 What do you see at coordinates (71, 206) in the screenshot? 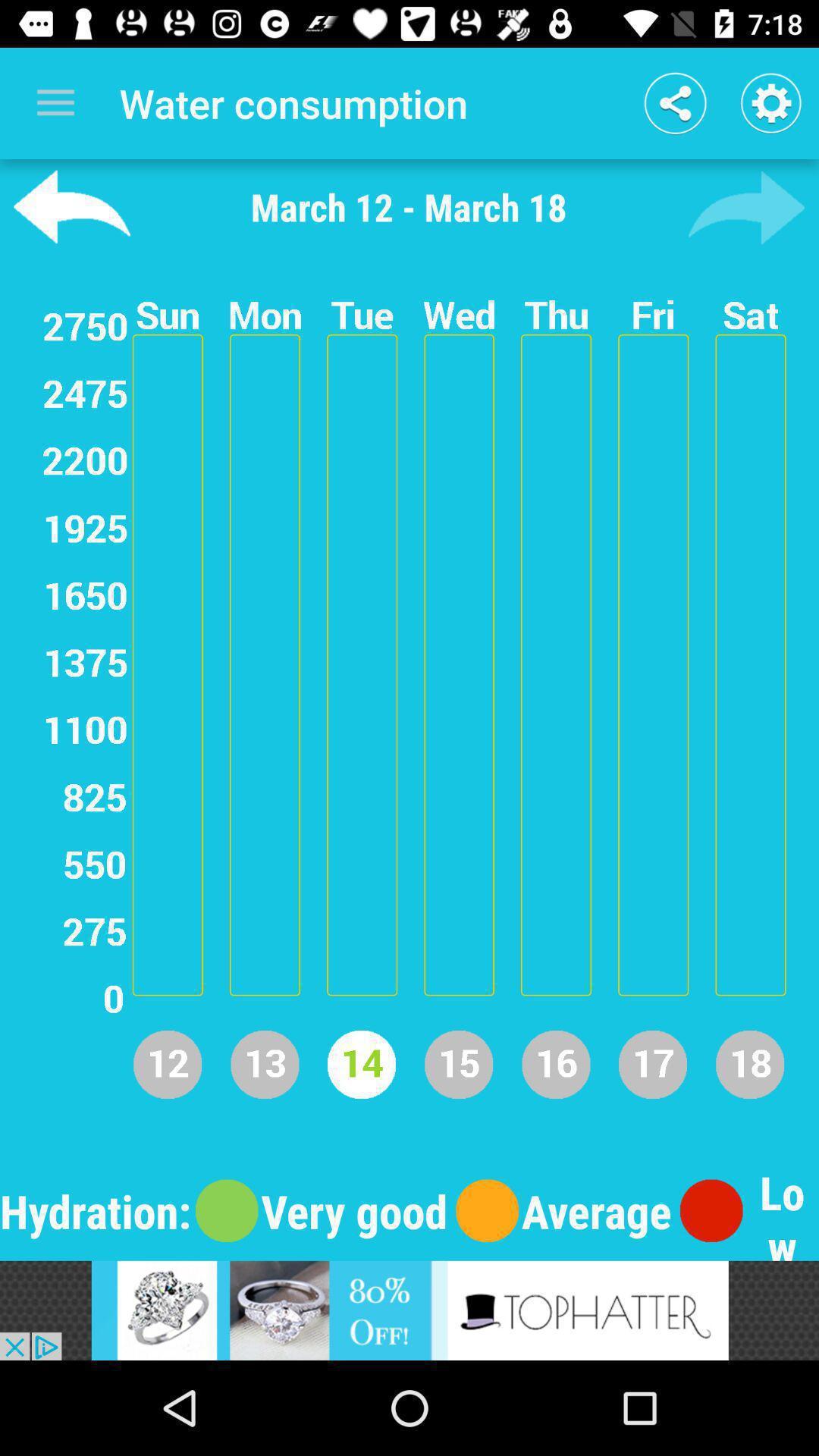
I see `the reply icon` at bounding box center [71, 206].